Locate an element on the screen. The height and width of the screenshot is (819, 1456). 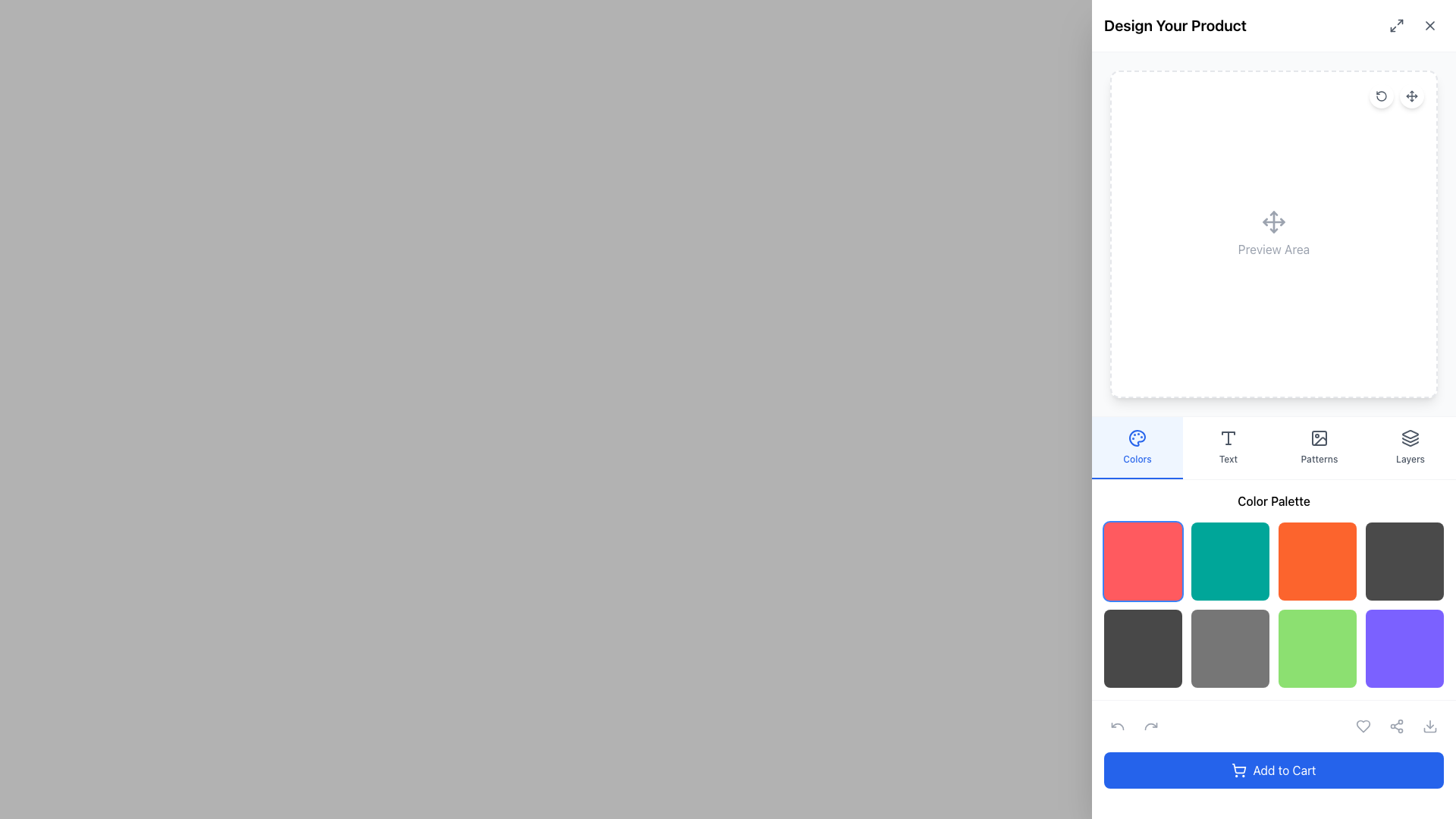
the button with a resizing icon at the top-right corner of the layout is located at coordinates (1396, 26).